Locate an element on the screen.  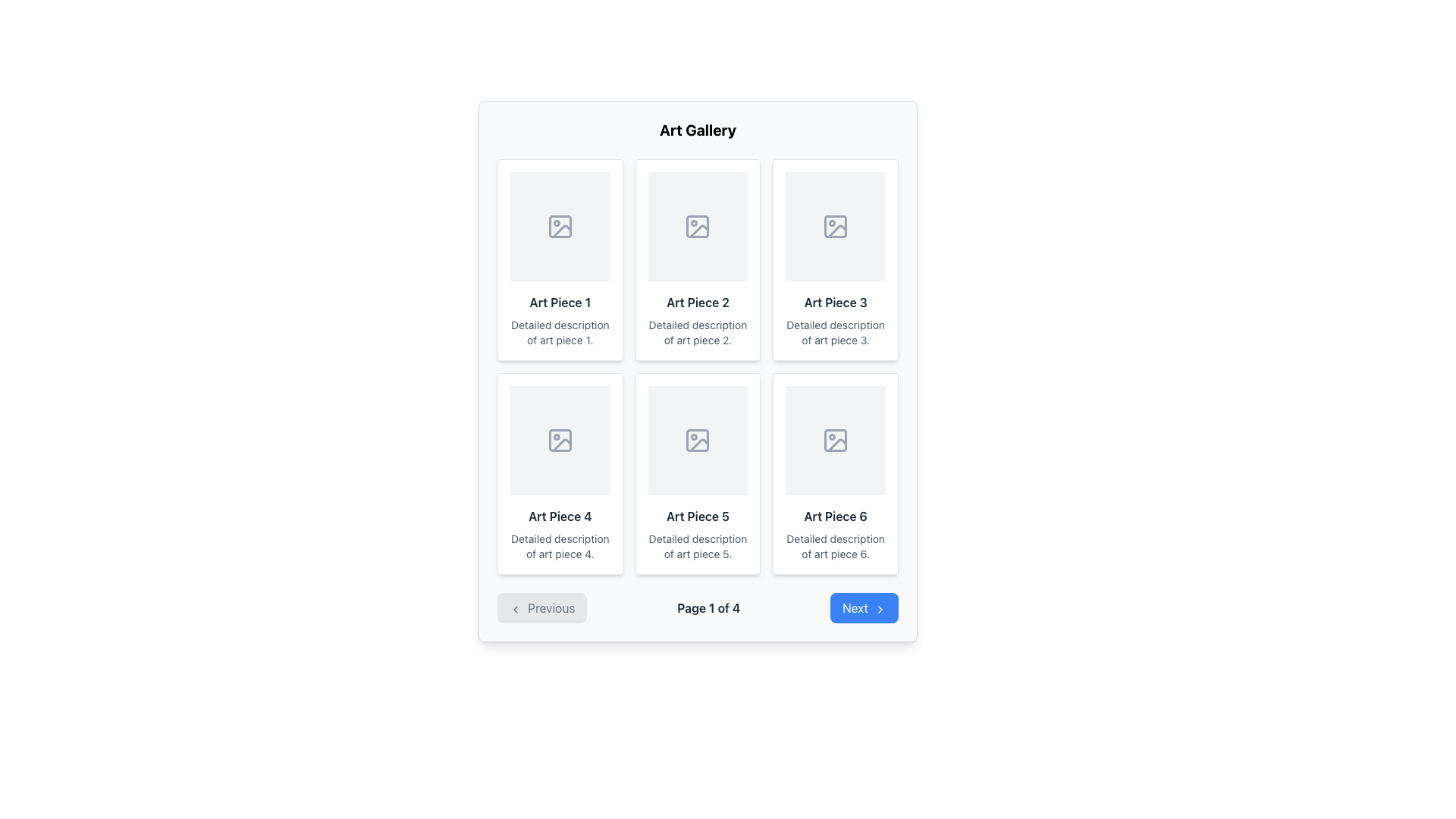
the graphical shape located in the bottom-right cell of the sixth panel in the grid layout is located at coordinates (835, 441).